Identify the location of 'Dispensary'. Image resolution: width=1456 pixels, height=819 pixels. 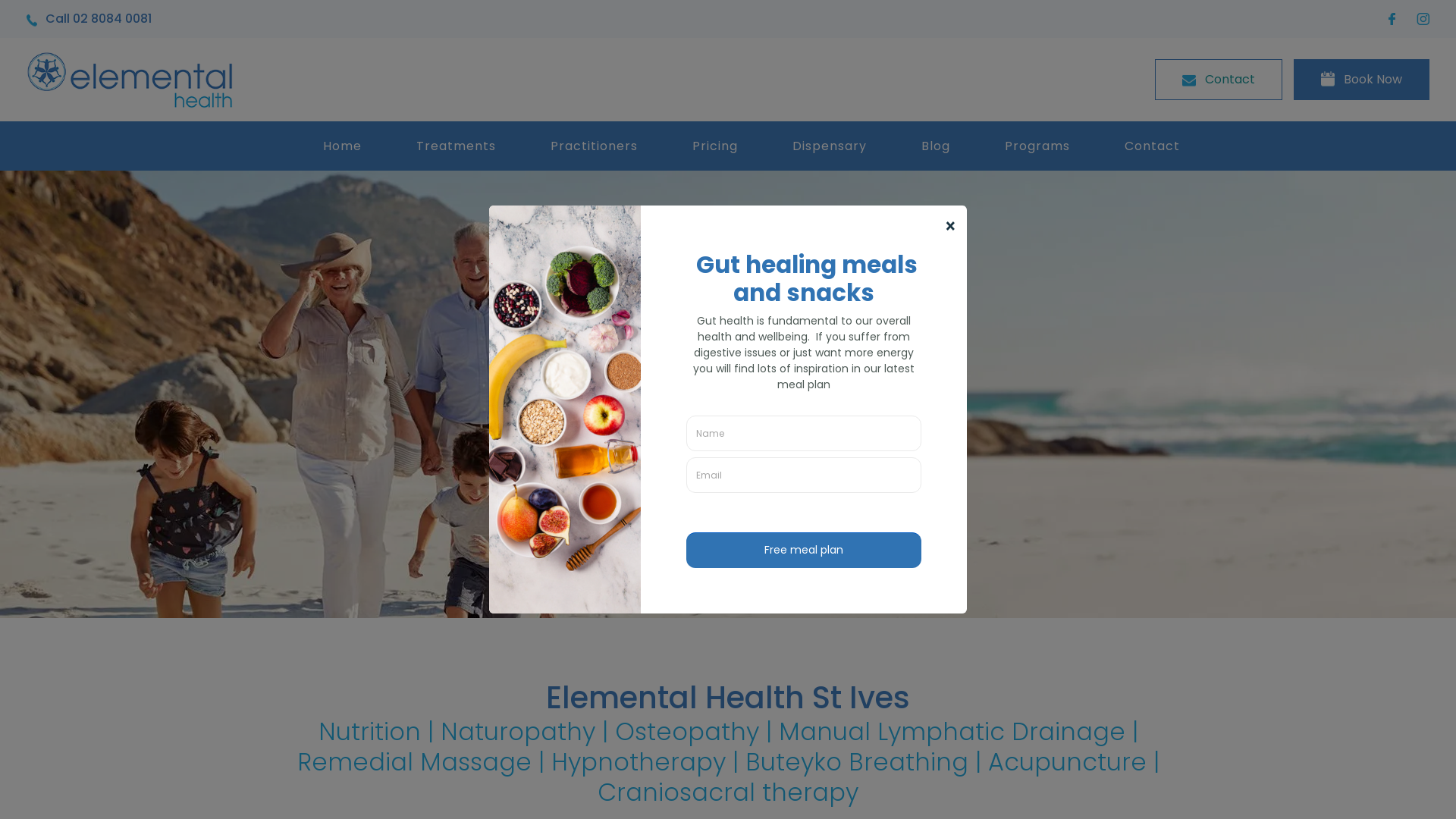
(765, 146).